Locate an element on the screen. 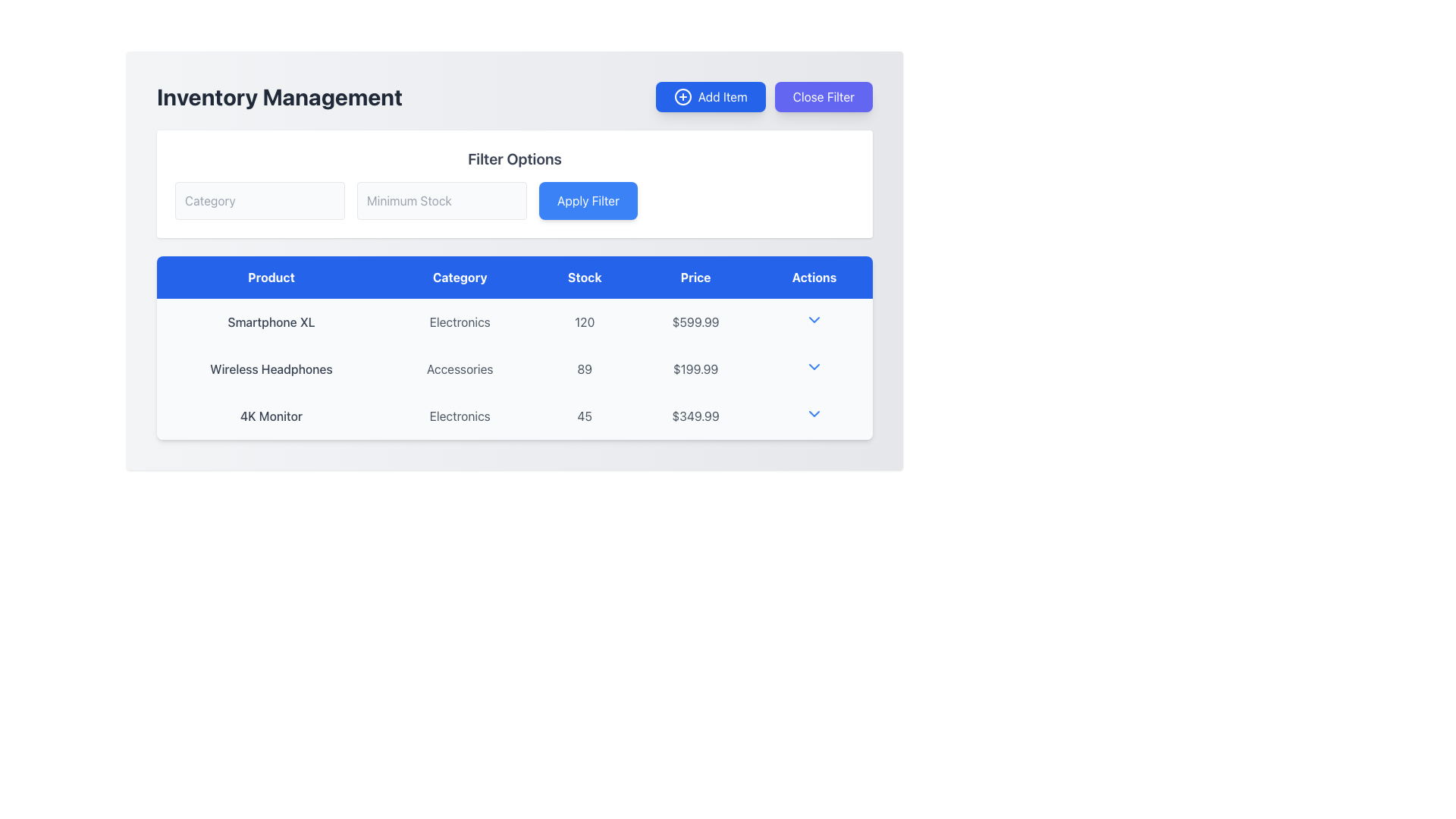 This screenshot has height=819, width=1456. the 'Add Item' button by clicking on the icon element (circle) located at the top-right area of the interface is located at coordinates (682, 96).